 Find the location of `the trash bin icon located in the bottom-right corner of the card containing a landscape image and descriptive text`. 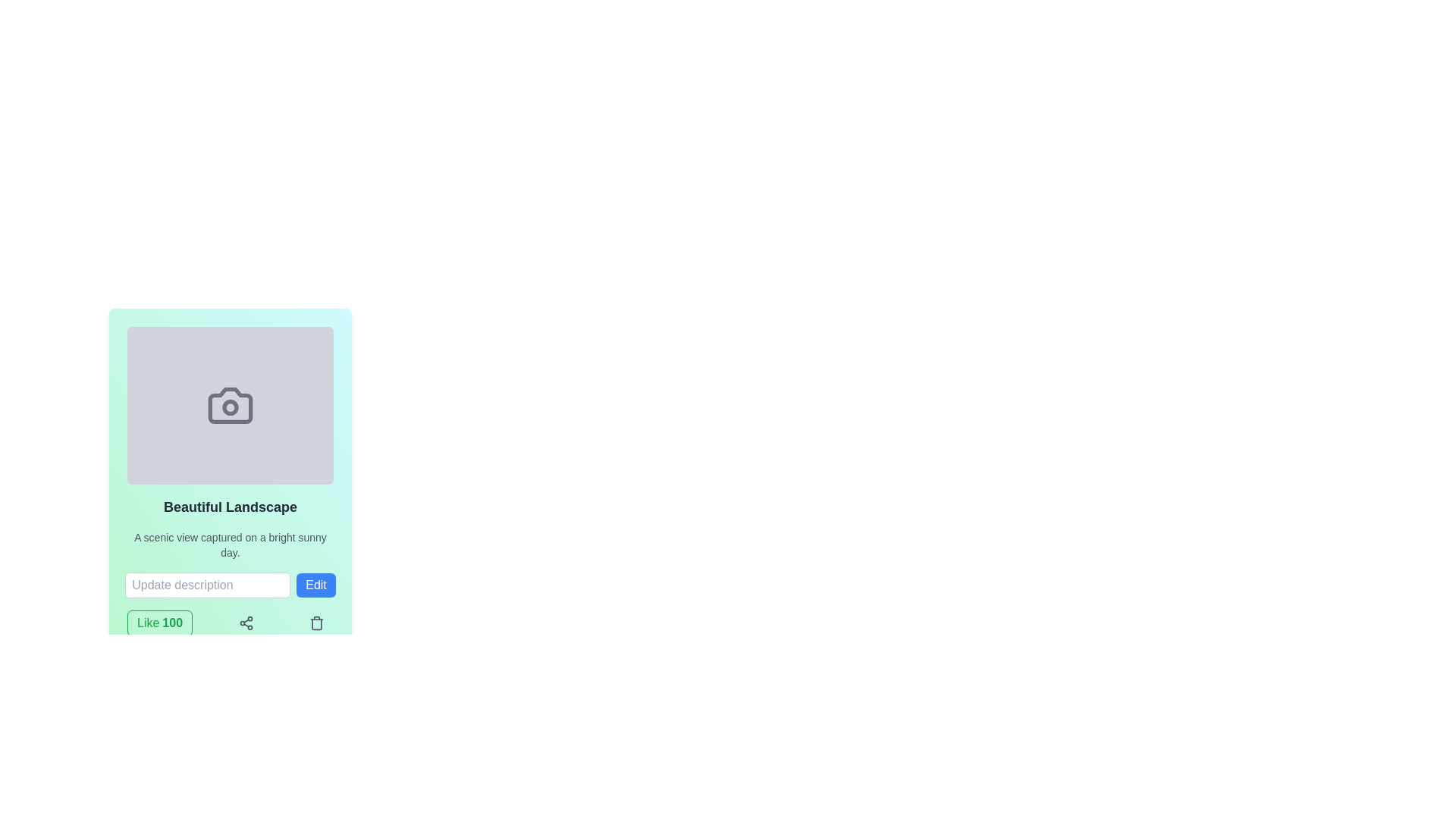

the trash bin icon located in the bottom-right corner of the card containing a landscape image and descriptive text is located at coordinates (315, 623).